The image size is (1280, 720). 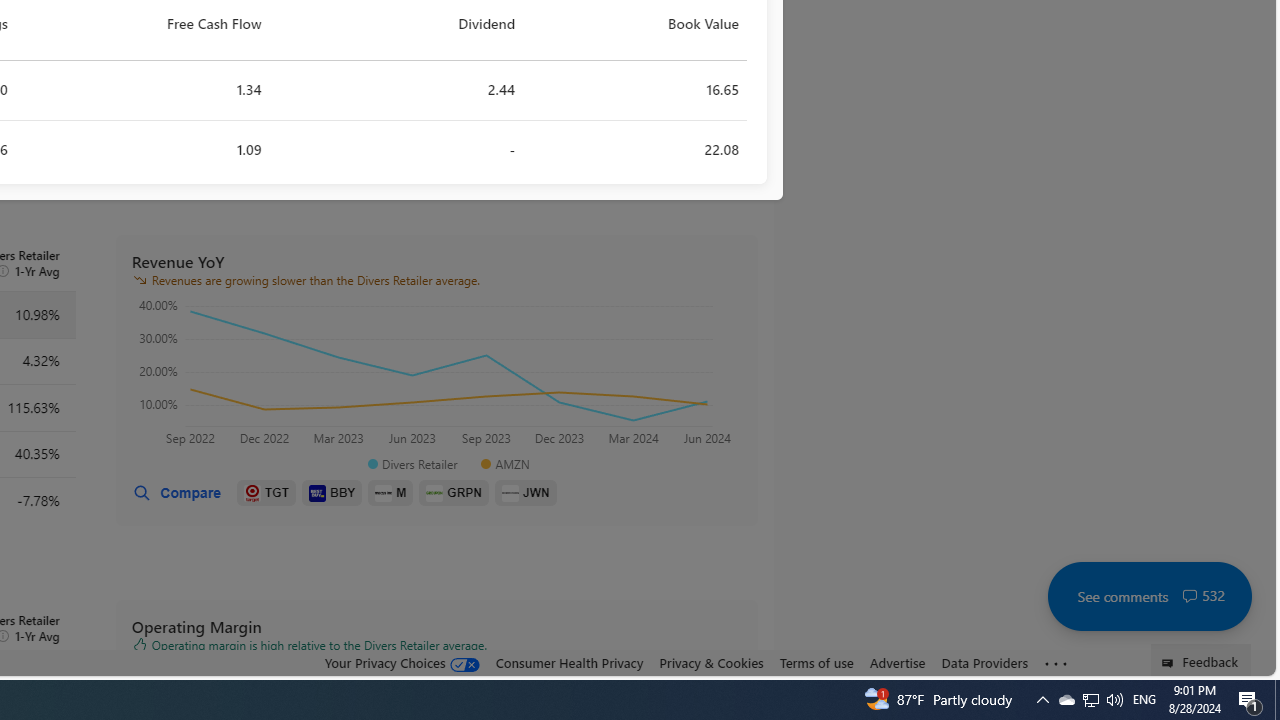 What do you see at coordinates (1171, 663) in the screenshot?
I see `'Class: feedback_link_icon-DS-EntryPoint1-1'` at bounding box center [1171, 663].